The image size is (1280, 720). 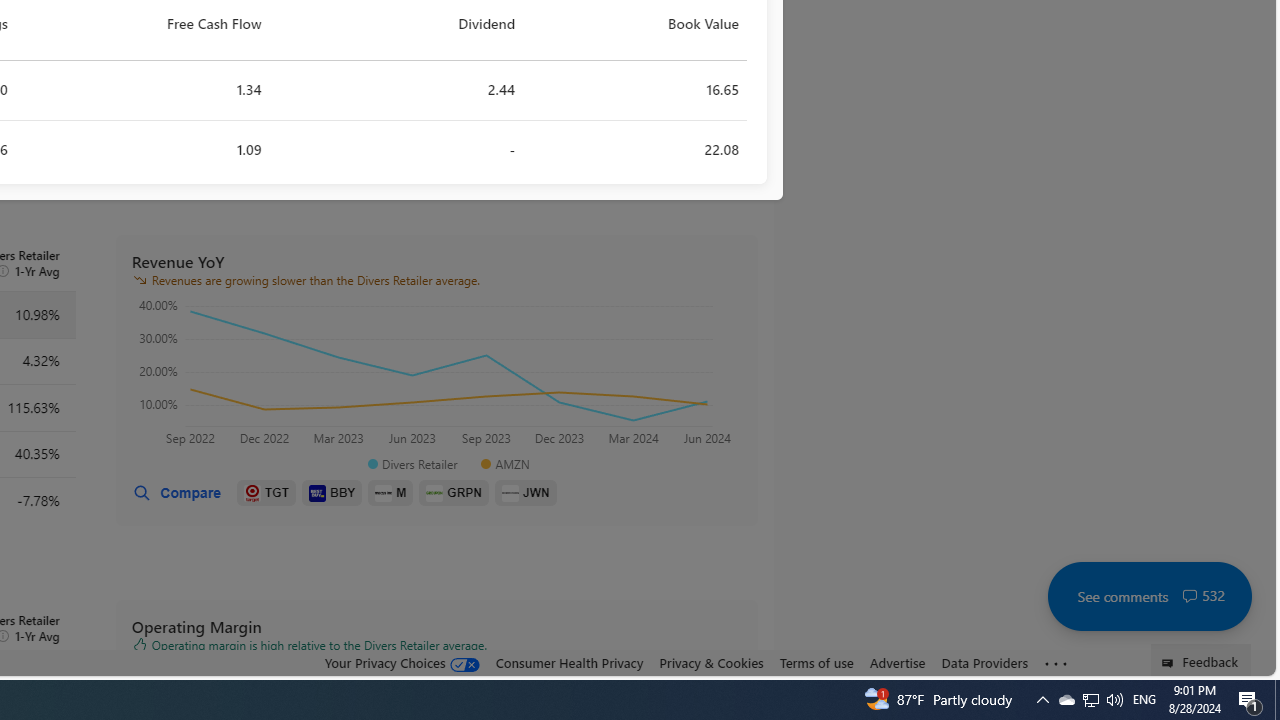 What do you see at coordinates (1171, 663) in the screenshot?
I see `'Class: feedback_link_icon-DS-EntryPoint1-1'` at bounding box center [1171, 663].